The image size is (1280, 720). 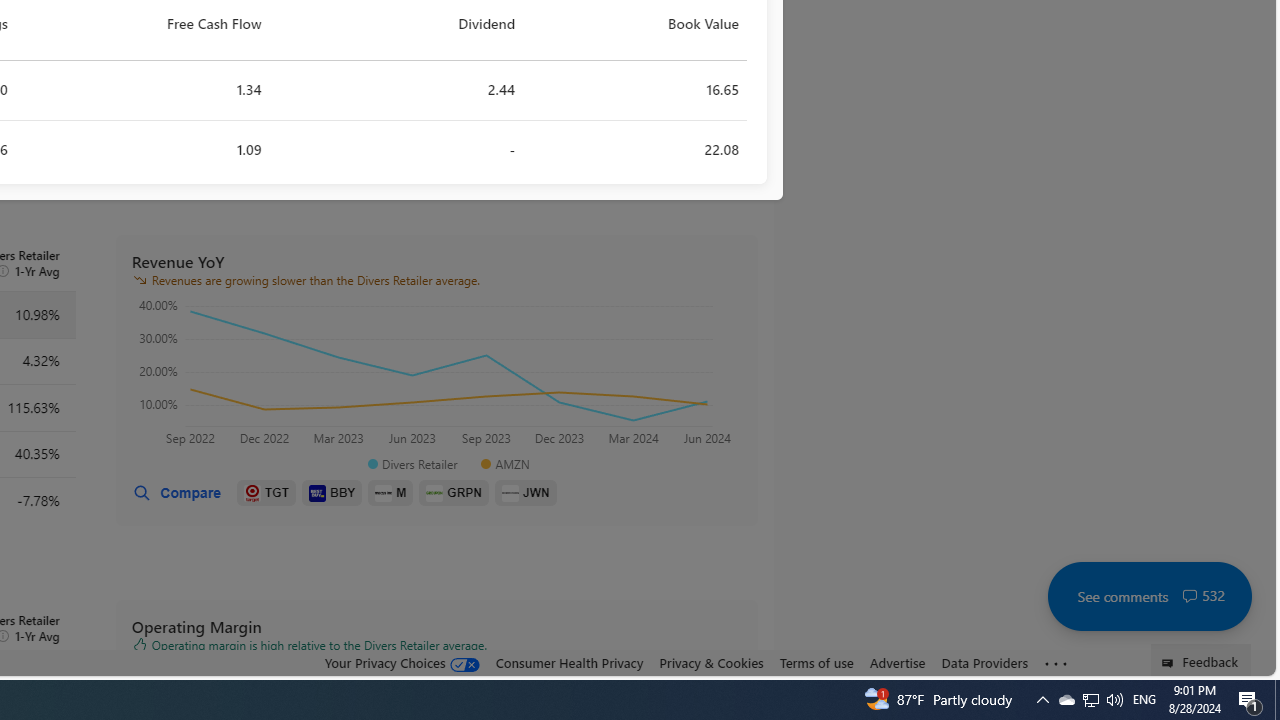 What do you see at coordinates (1171, 663) in the screenshot?
I see `'Class: feedback_link_icon-DS-EntryPoint1-1'` at bounding box center [1171, 663].